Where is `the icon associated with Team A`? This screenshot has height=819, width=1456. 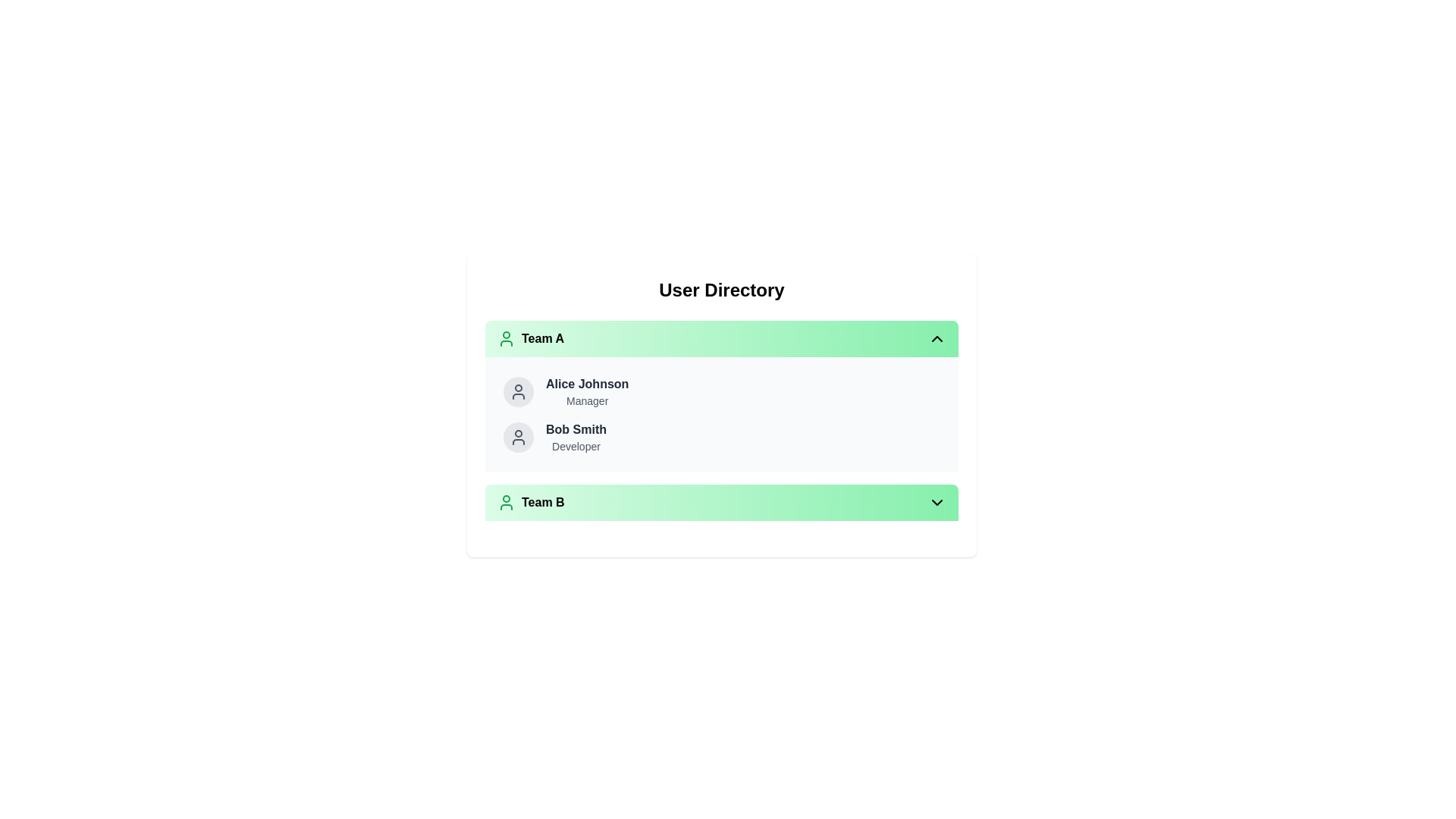
the icon associated with Team A is located at coordinates (506, 338).